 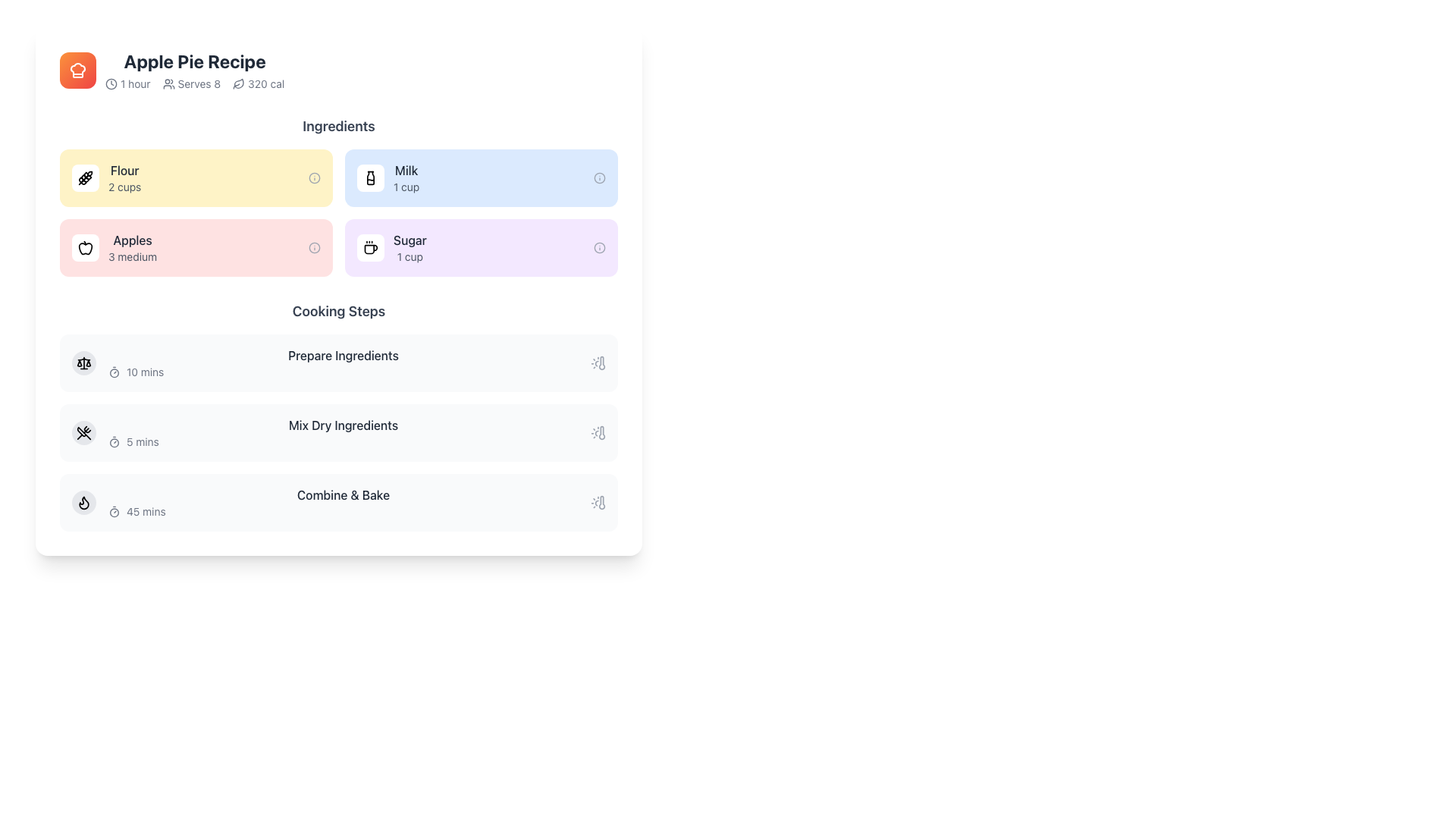 I want to click on the 'Apples' text label with icon, which displays 'Apples' in bold grayish font and '3 medium' below it in smaller gray font, located in the Ingredients section of the pink rectangle, so click(x=133, y=247).